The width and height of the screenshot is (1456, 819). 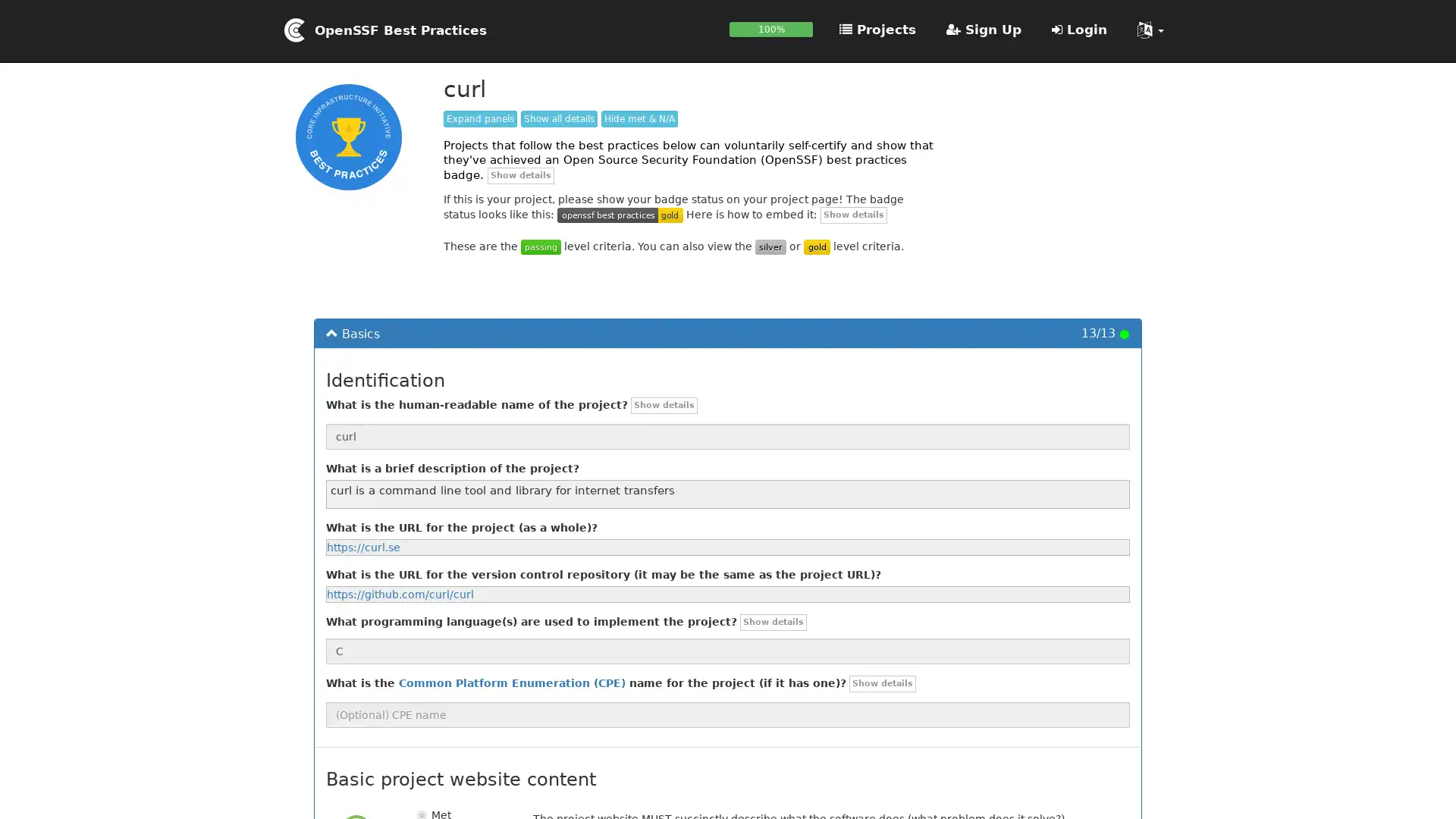 I want to click on Show details, so click(x=664, y=404).